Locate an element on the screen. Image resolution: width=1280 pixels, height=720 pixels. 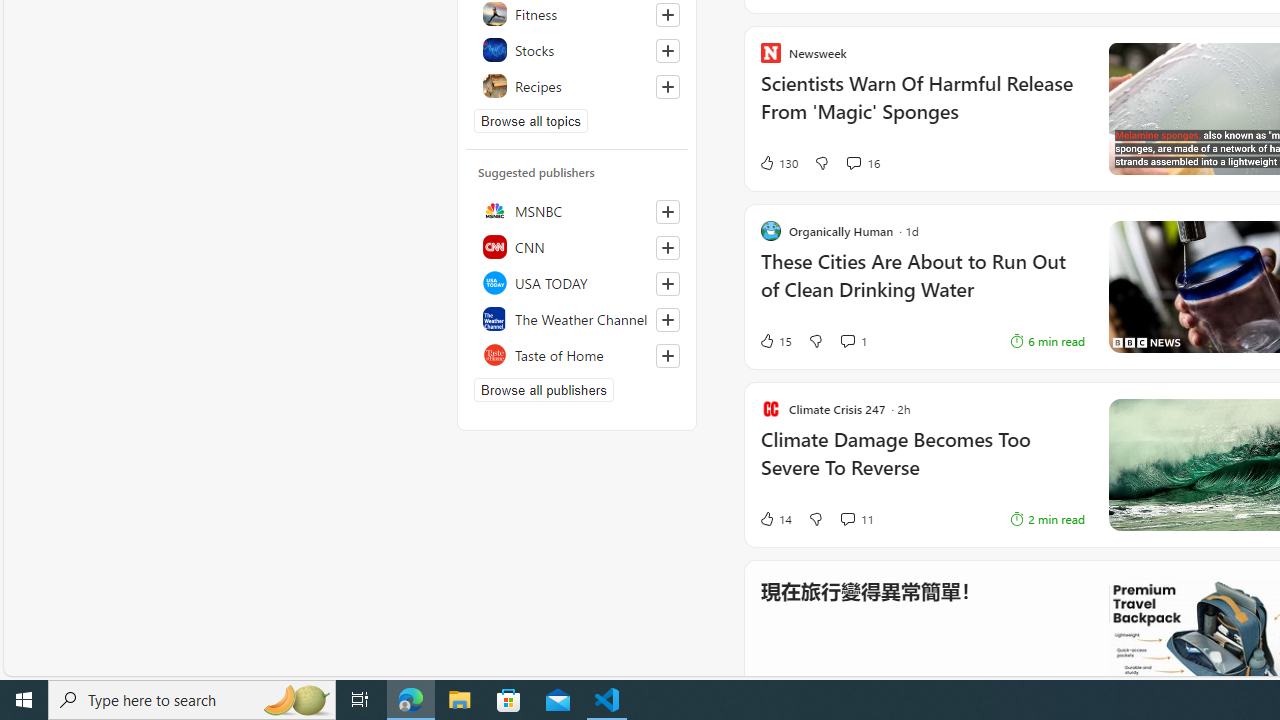
'View comments 11 Comment' is located at coordinates (856, 518).